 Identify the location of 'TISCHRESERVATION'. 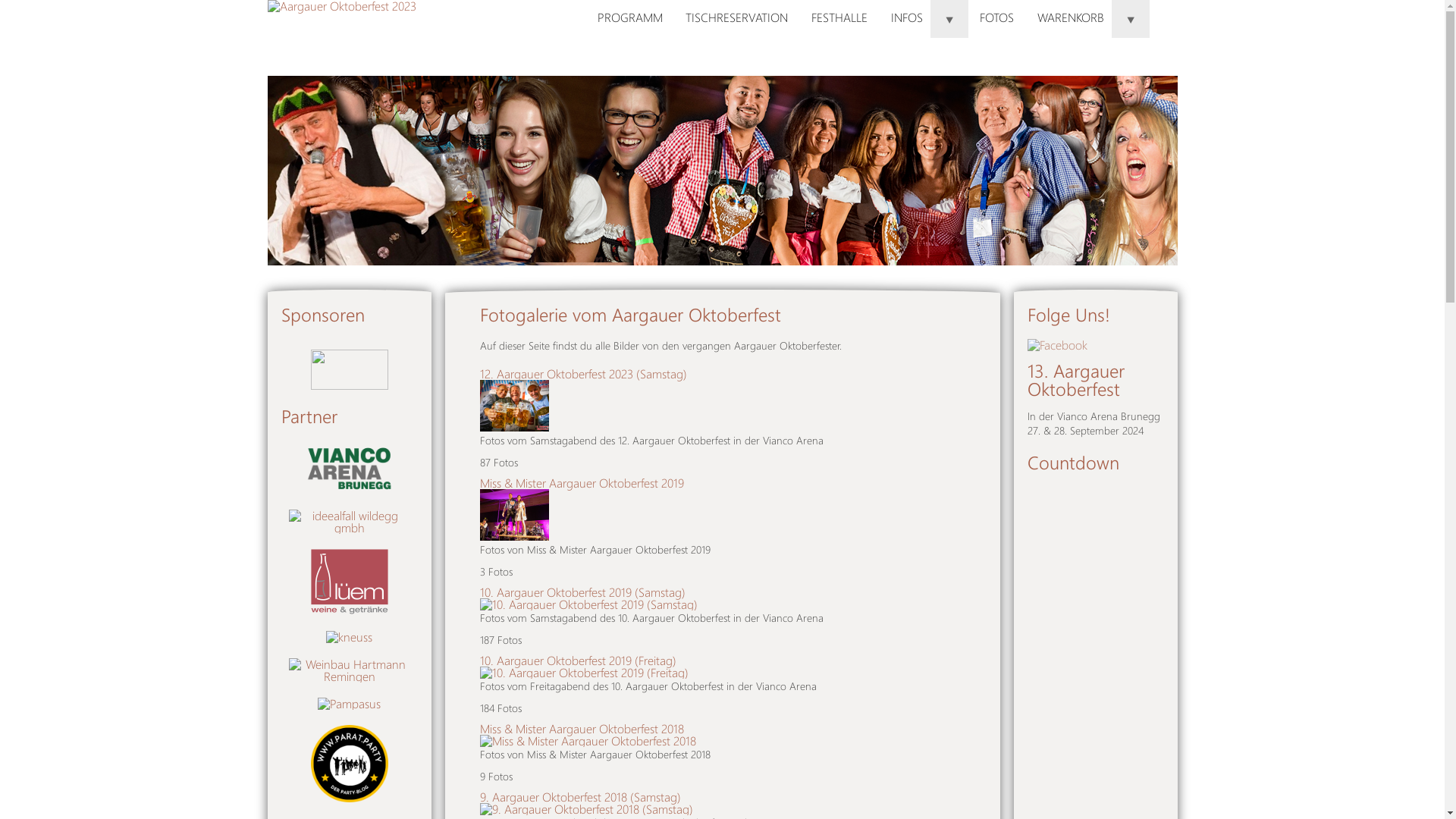
(736, 17).